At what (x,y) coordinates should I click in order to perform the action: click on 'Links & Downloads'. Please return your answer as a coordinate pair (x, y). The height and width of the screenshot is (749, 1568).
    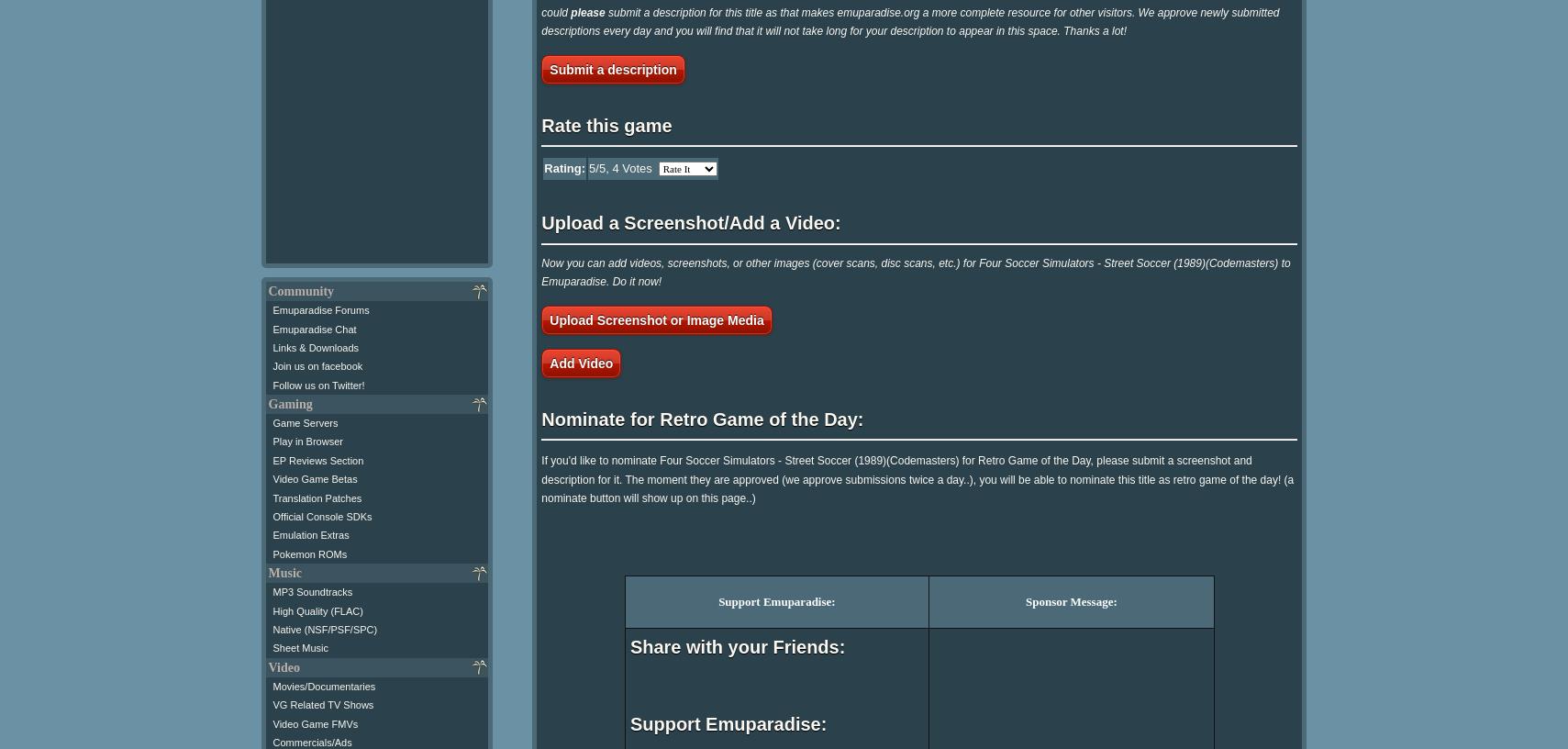
    Looking at the image, I should click on (315, 346).